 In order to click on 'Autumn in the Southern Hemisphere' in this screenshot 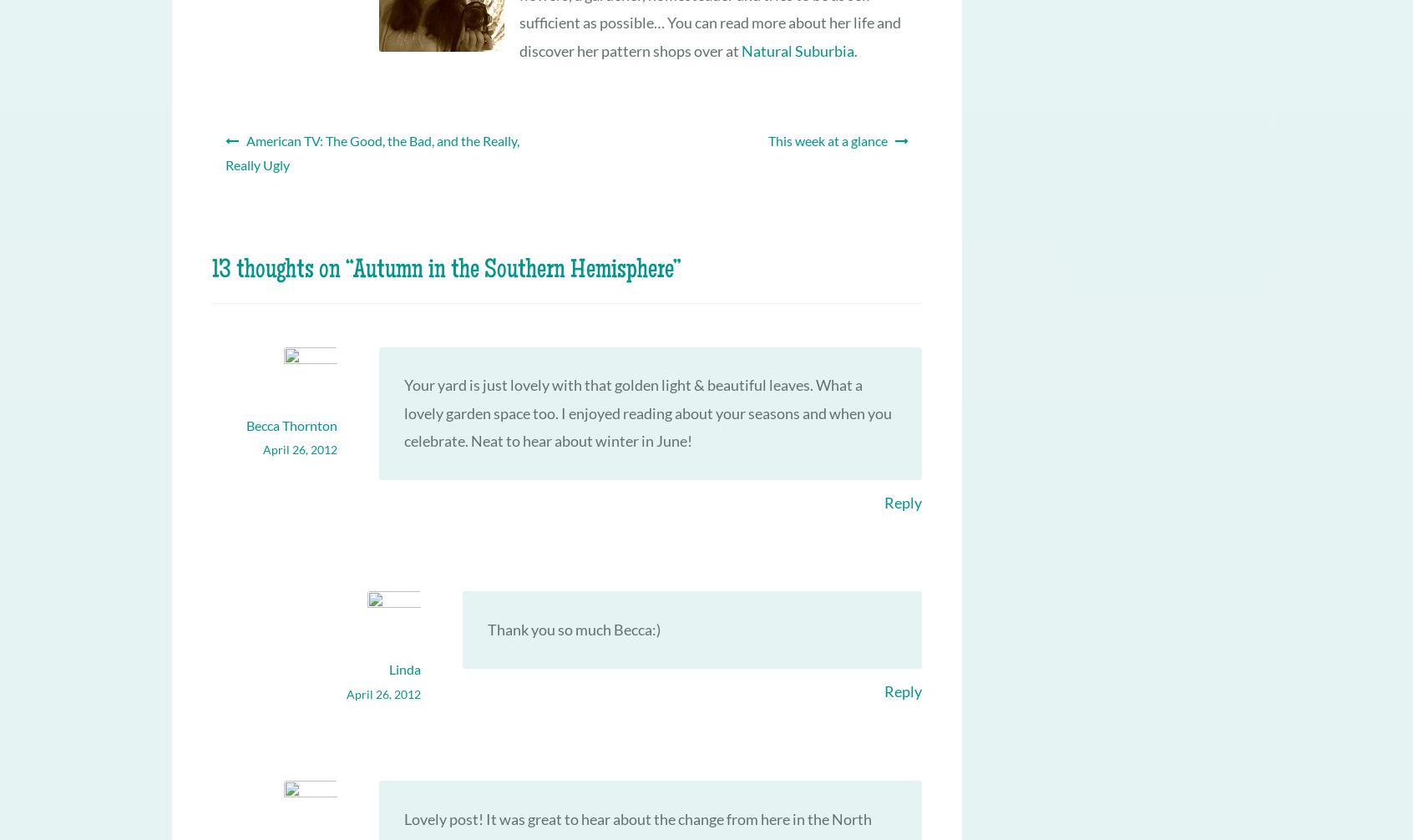, I will do `click(512, 270)`.